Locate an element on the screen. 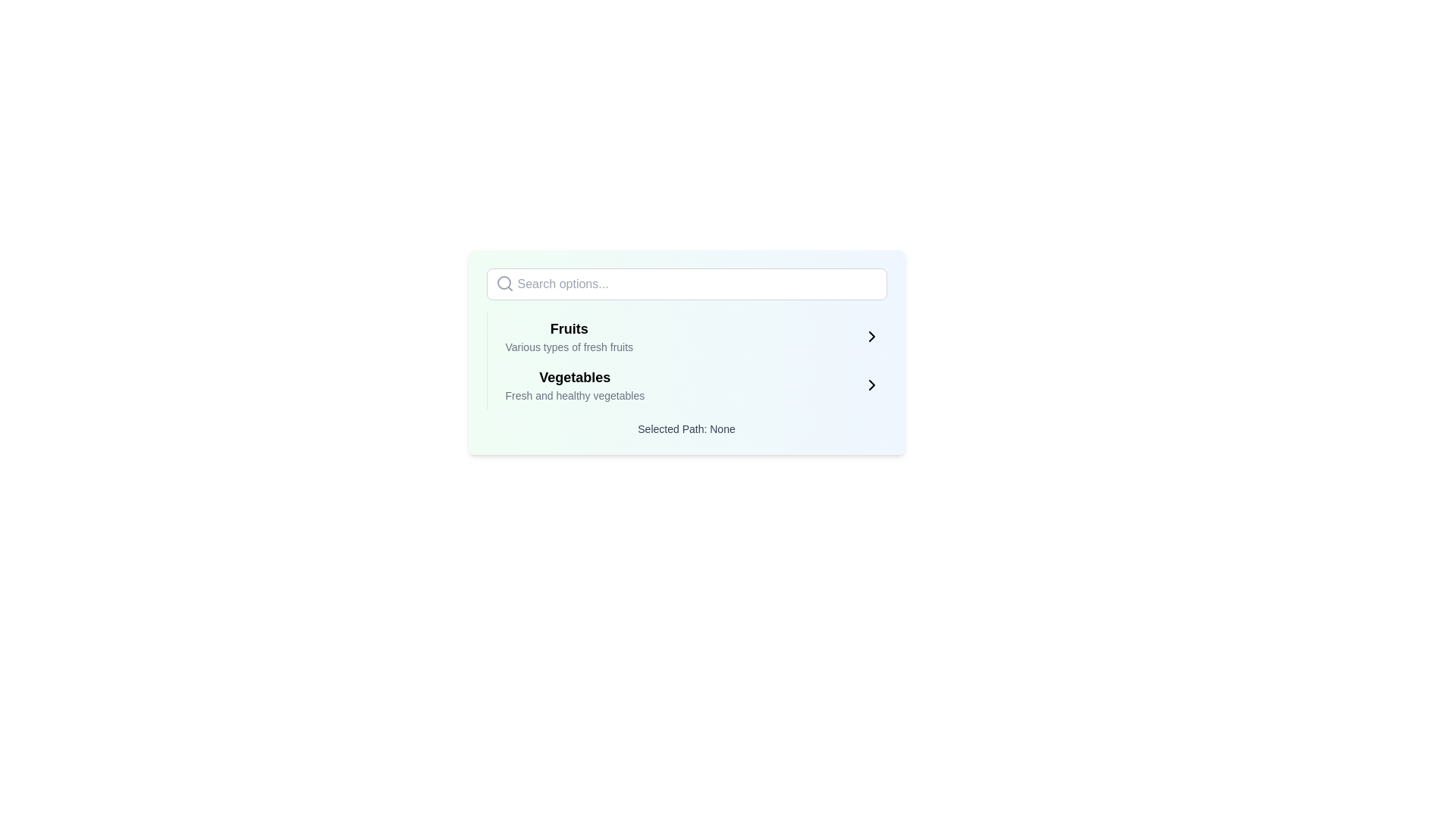 Image resolution: width=1456 pixels, height=819 pixels. the right-pointing chevron icon styled as a button located on the far right side of the 'Vegetables' row is located at coordinates (871, 384).